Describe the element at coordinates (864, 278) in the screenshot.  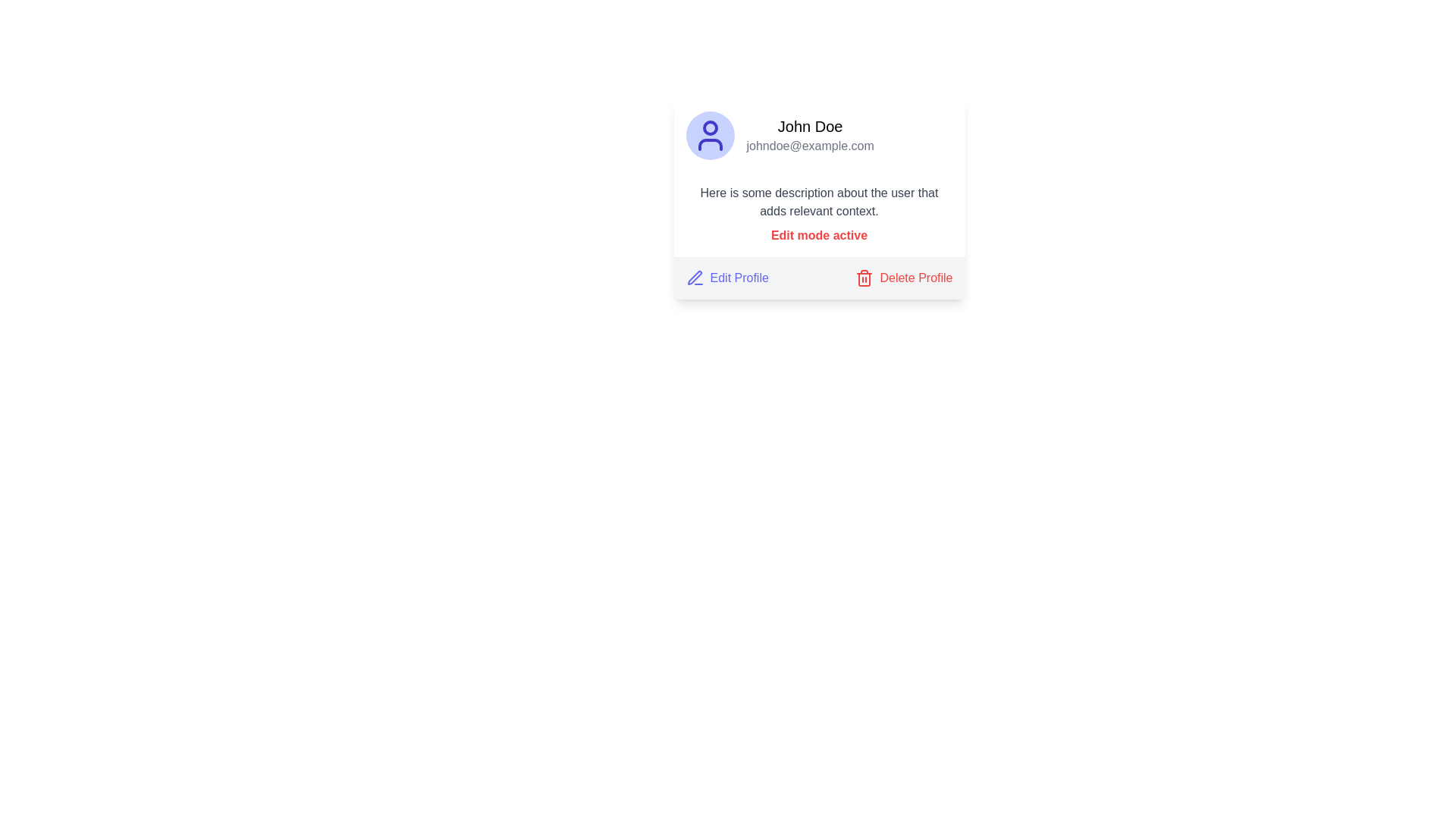
I see `the trash can icon next to the 'Delete Profile' text` at that location.